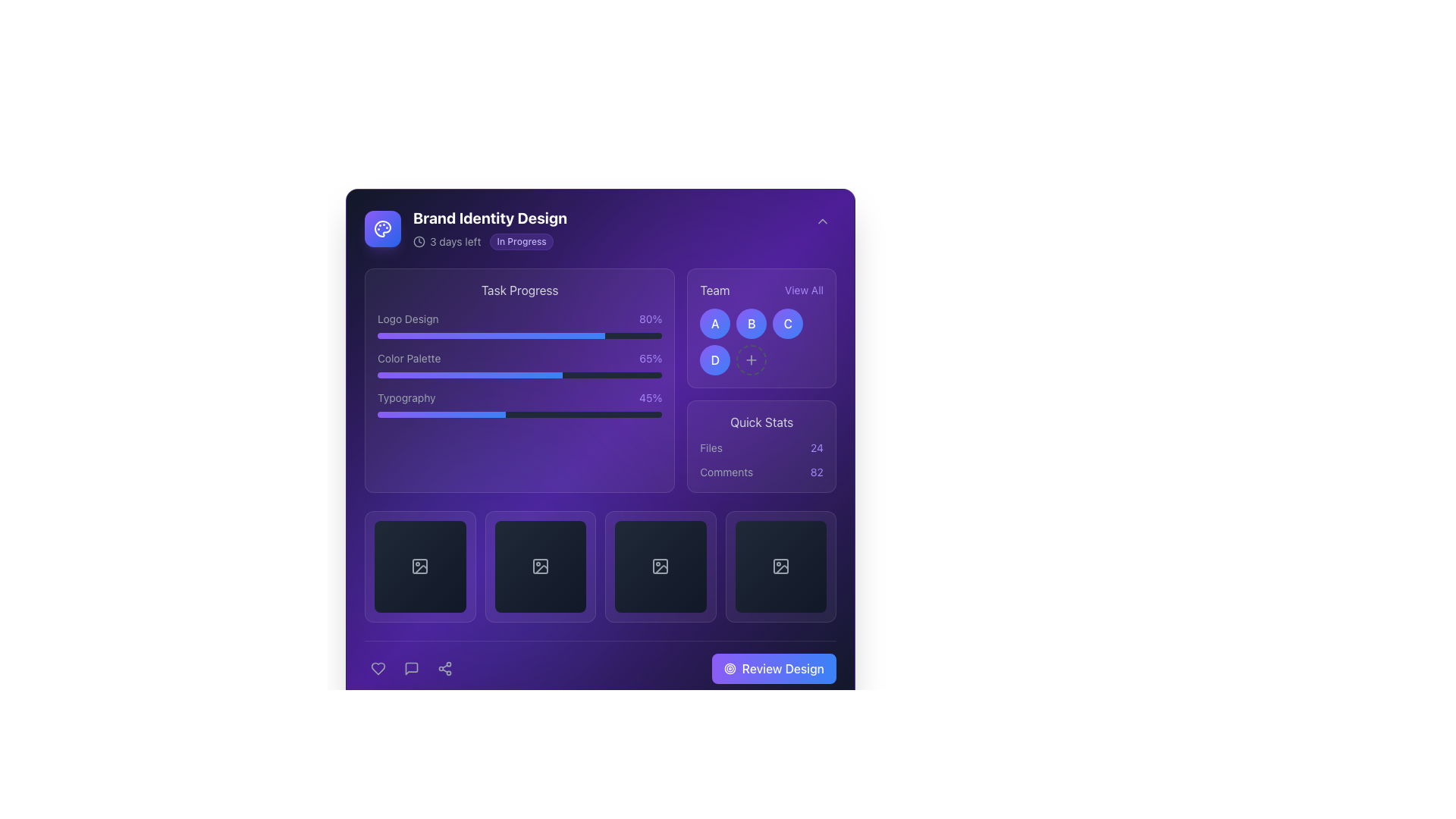 The width and height of the screenshot is (1456, 819). I want to click on the small button in the third column of the 'Team' section, which has a cross symbol, so click(752, 359).